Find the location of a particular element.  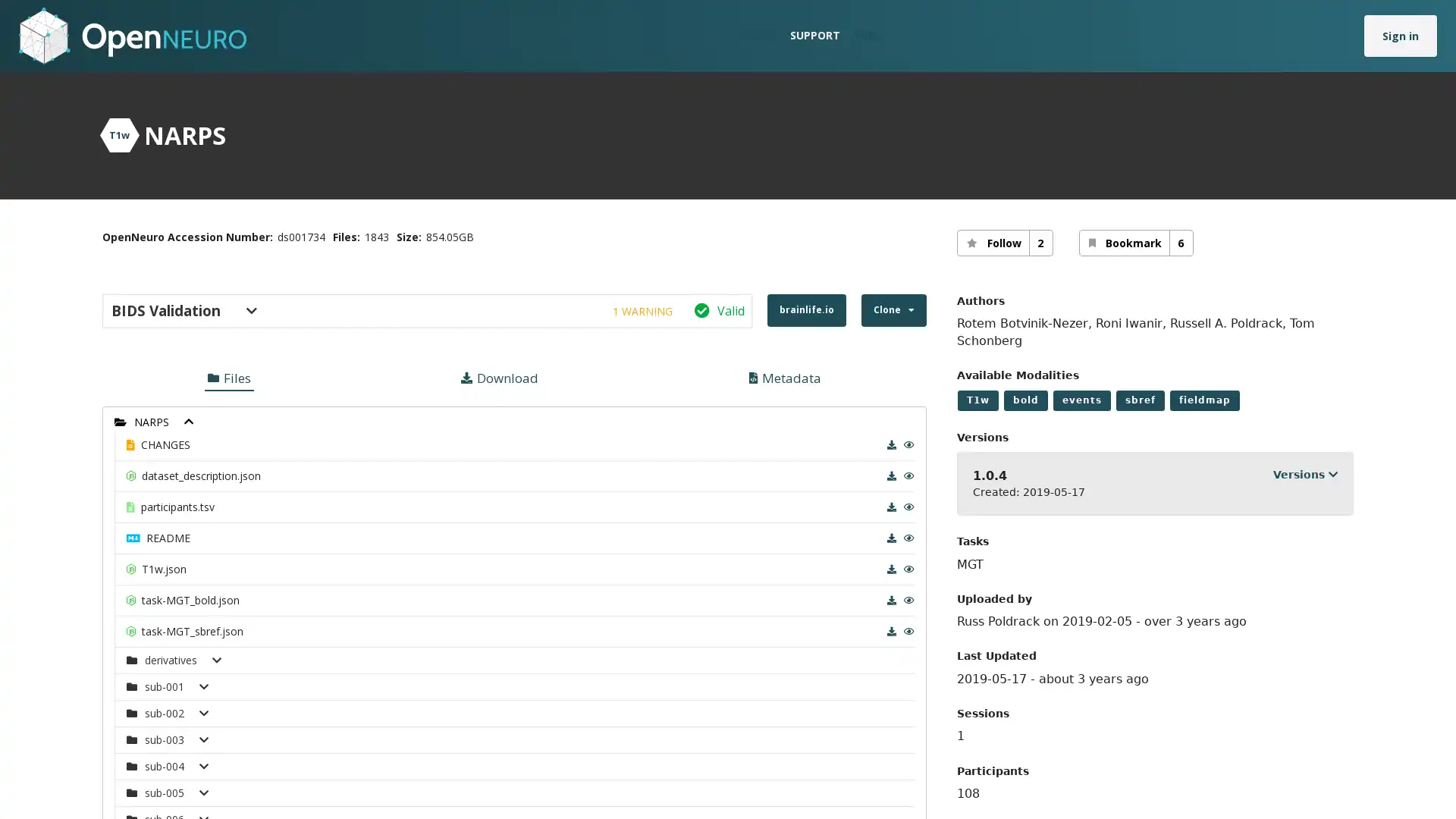

Clone is located at coordinates (893, 309).